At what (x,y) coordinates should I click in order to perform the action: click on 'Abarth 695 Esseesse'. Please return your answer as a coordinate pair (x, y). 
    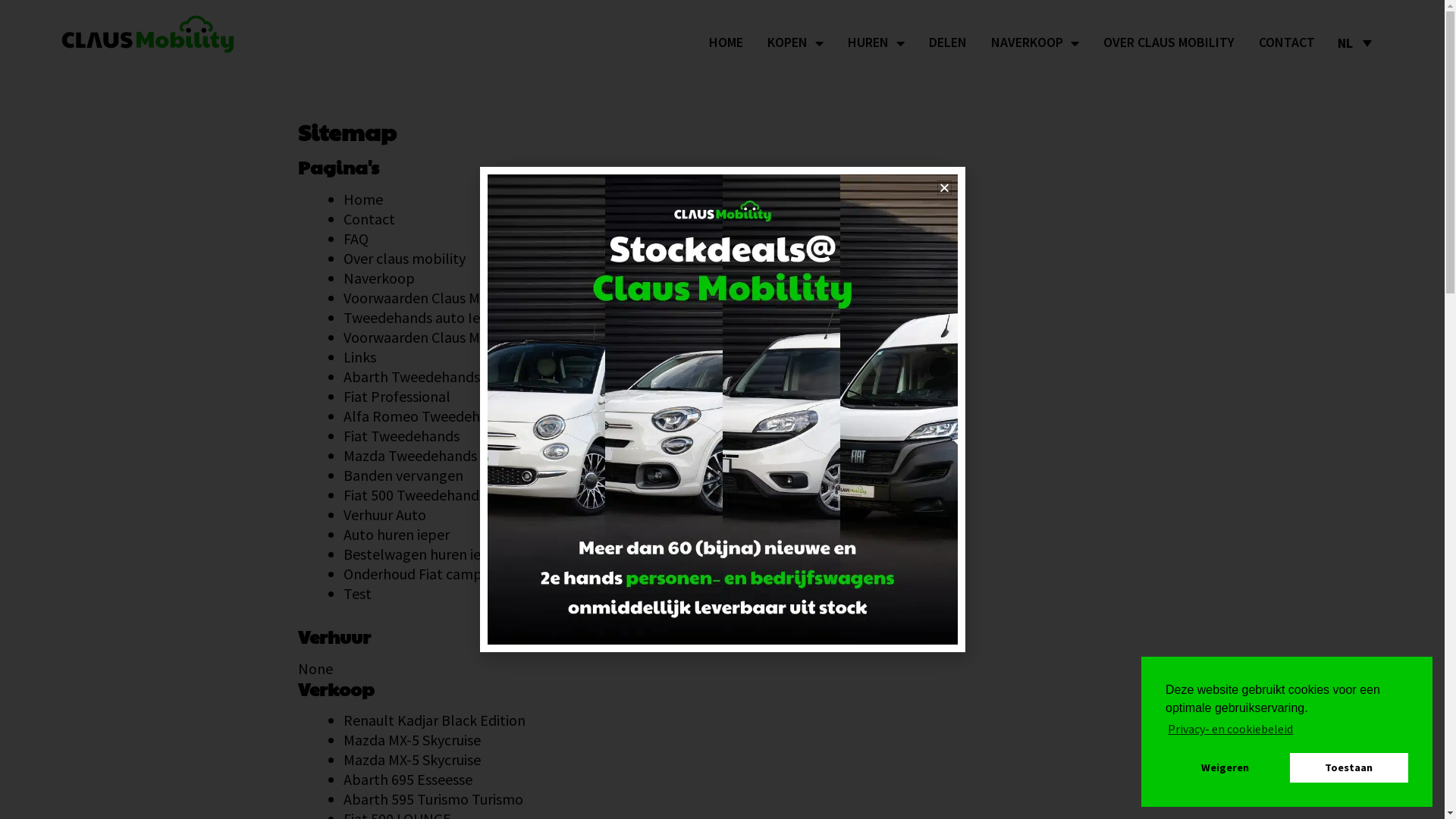
    Looking at the image, I should click on (407, 779).